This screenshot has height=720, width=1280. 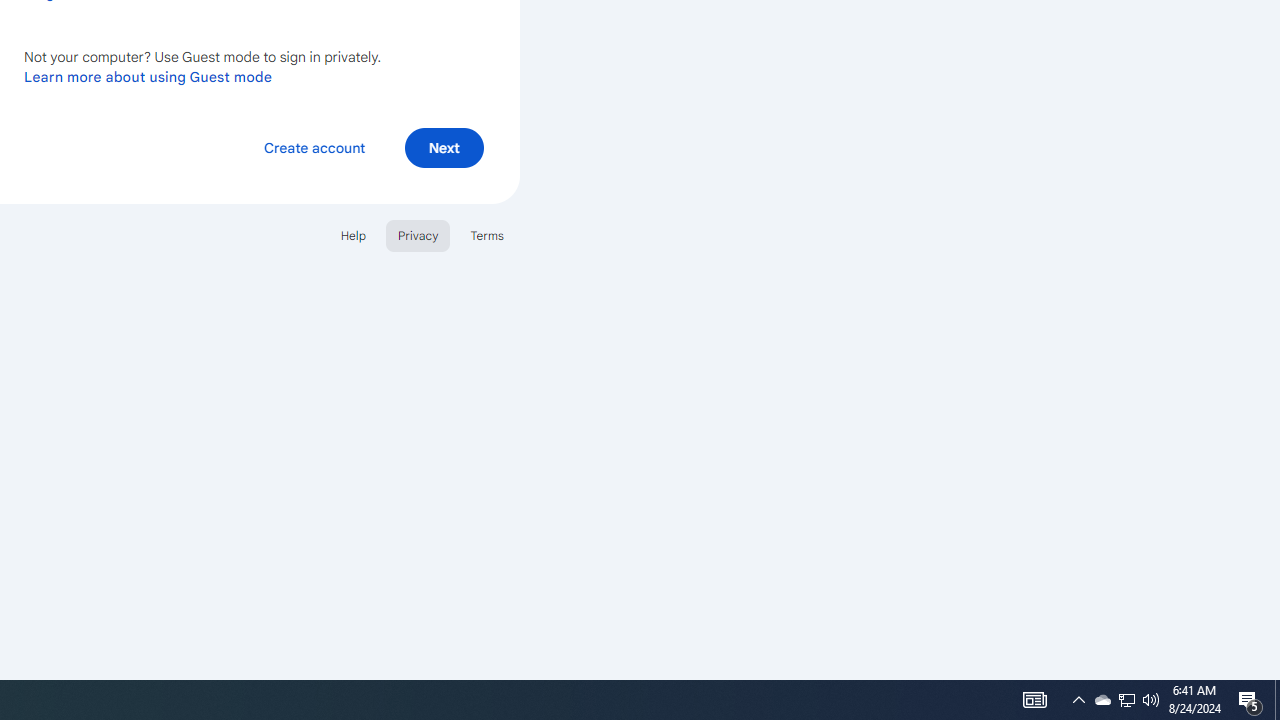 I want to click on 'Create account', so click(x=313, y=146).